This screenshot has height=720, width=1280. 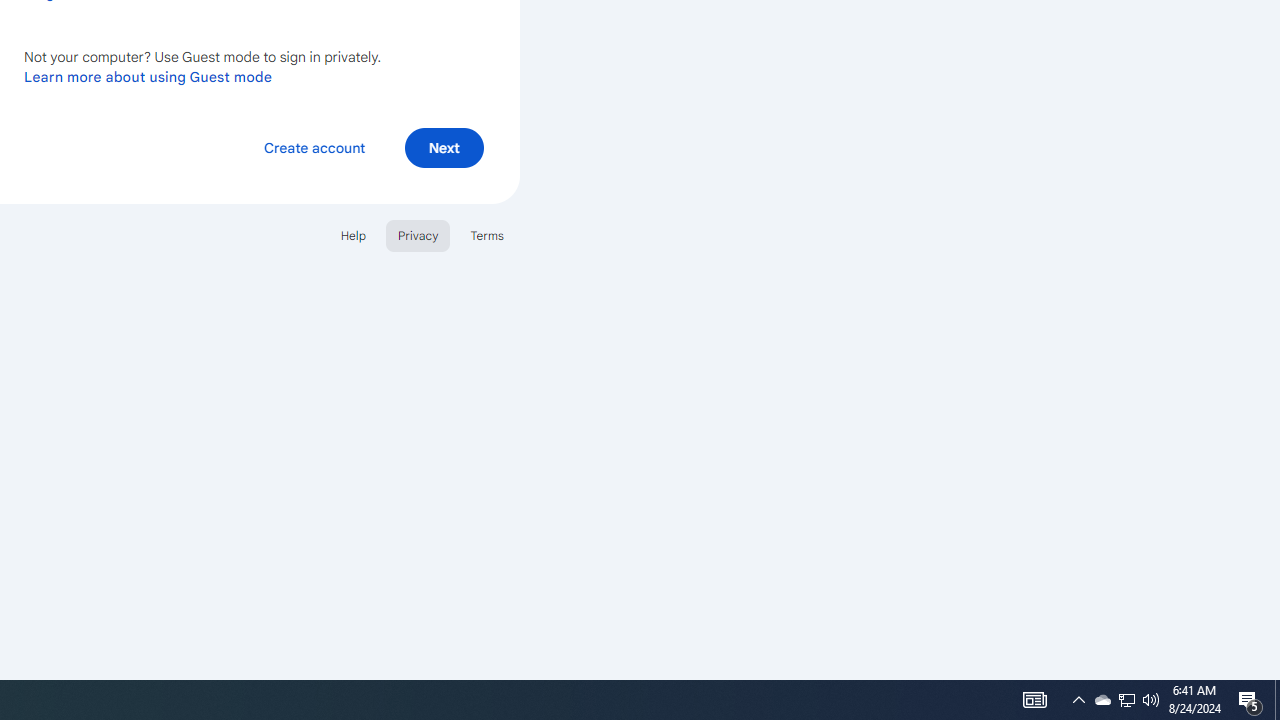 I want to click on 'Create account', so click(x=313, y=146).